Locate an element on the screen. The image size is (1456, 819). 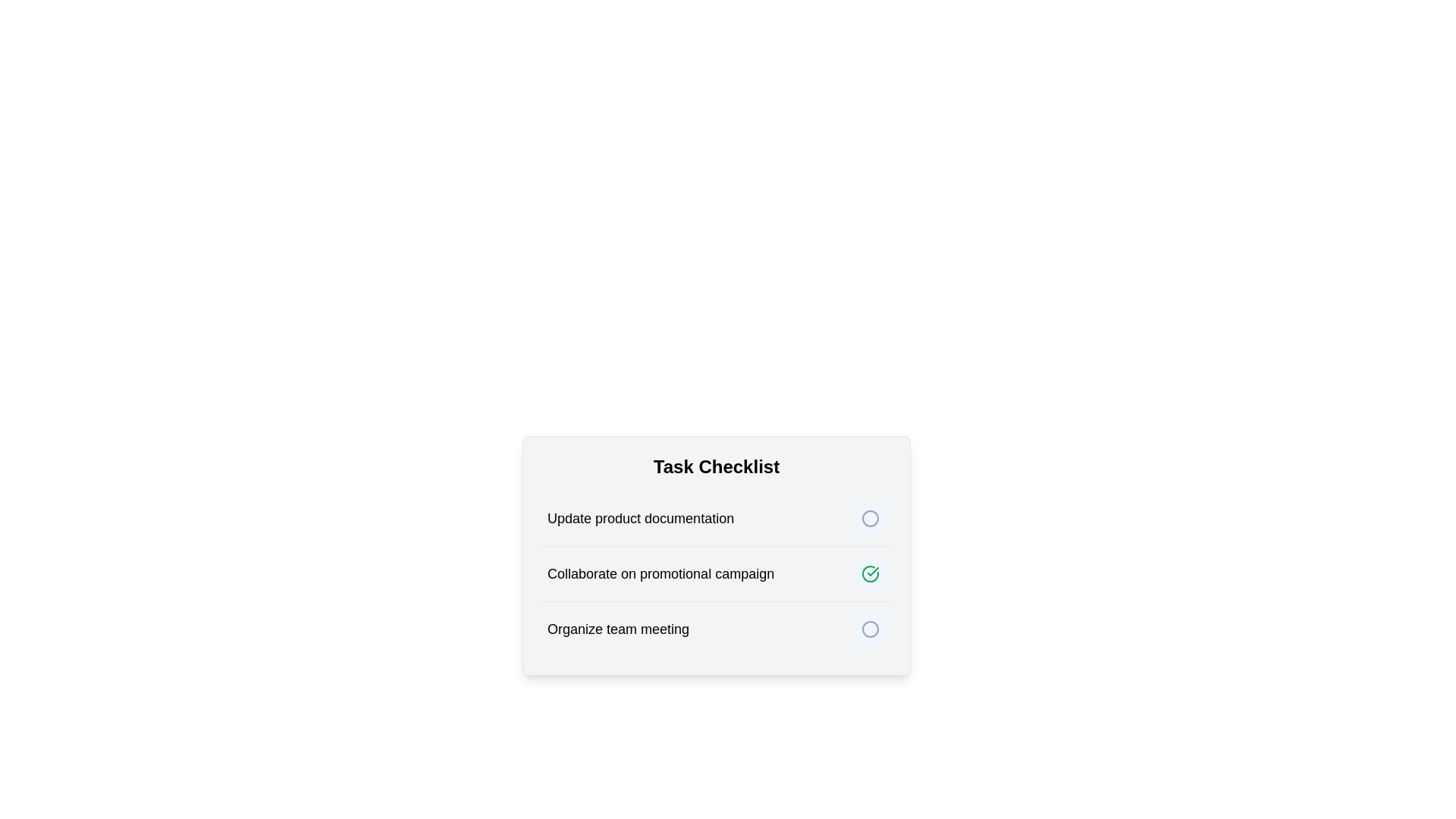
the completion icon located on the right of the second task row in the checklist interface is located at coordinates (870, 573).